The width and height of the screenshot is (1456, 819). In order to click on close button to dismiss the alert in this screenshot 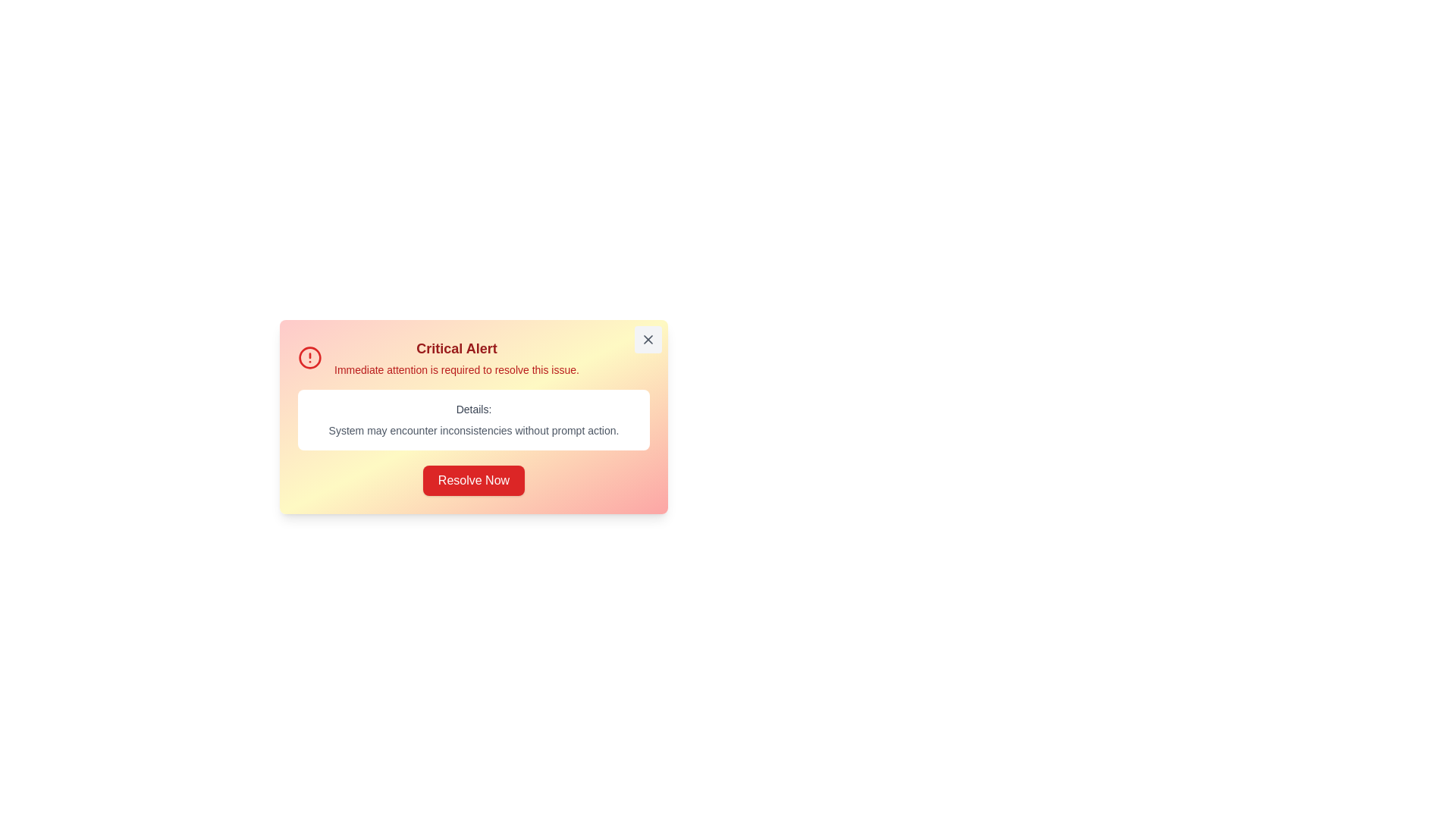, I will do `click(648, 338)`.